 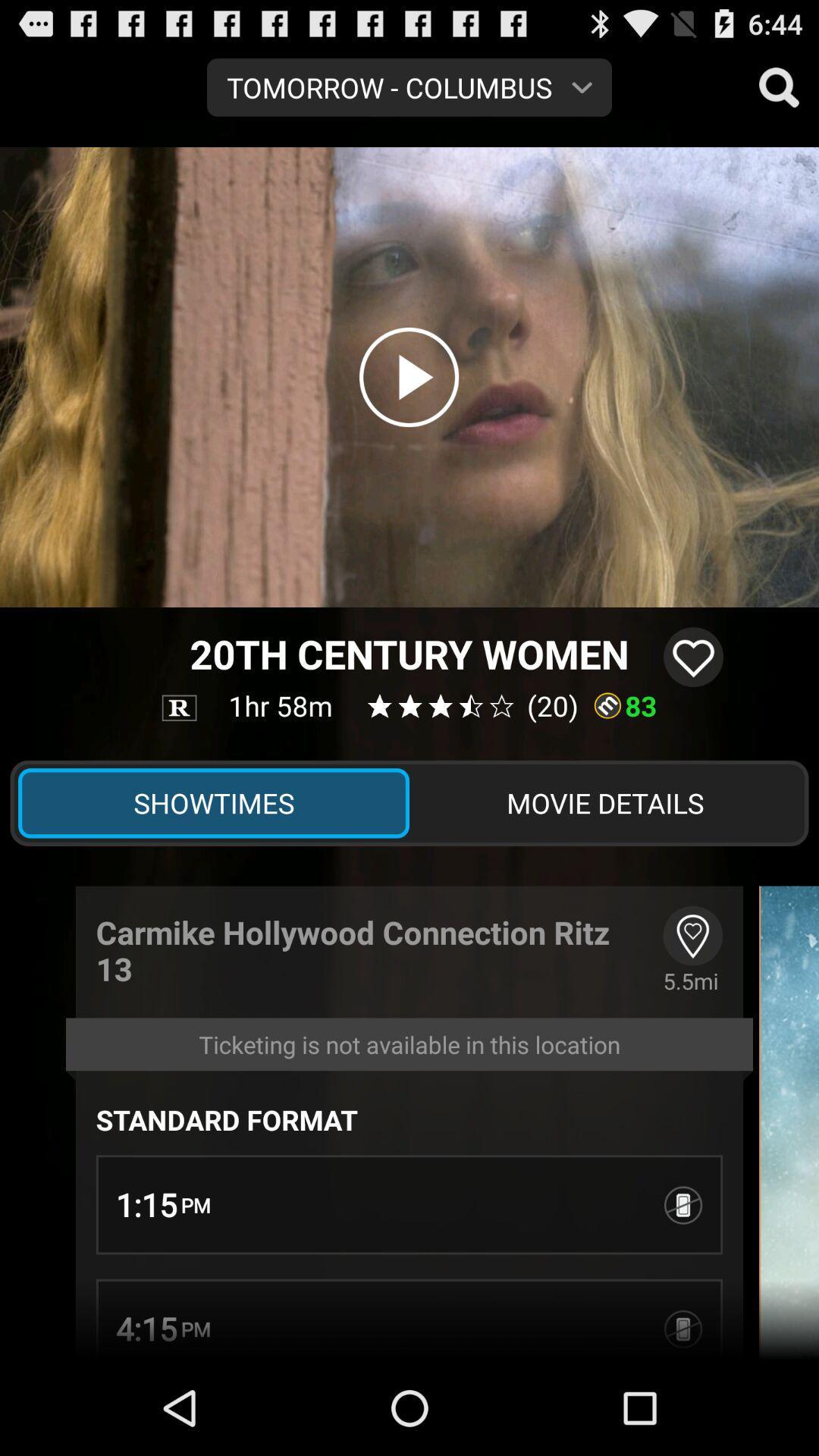 What do you see at coordinates (779, 93) in the screenshot?
I see `the search icon` at bounding box center [779, 93].